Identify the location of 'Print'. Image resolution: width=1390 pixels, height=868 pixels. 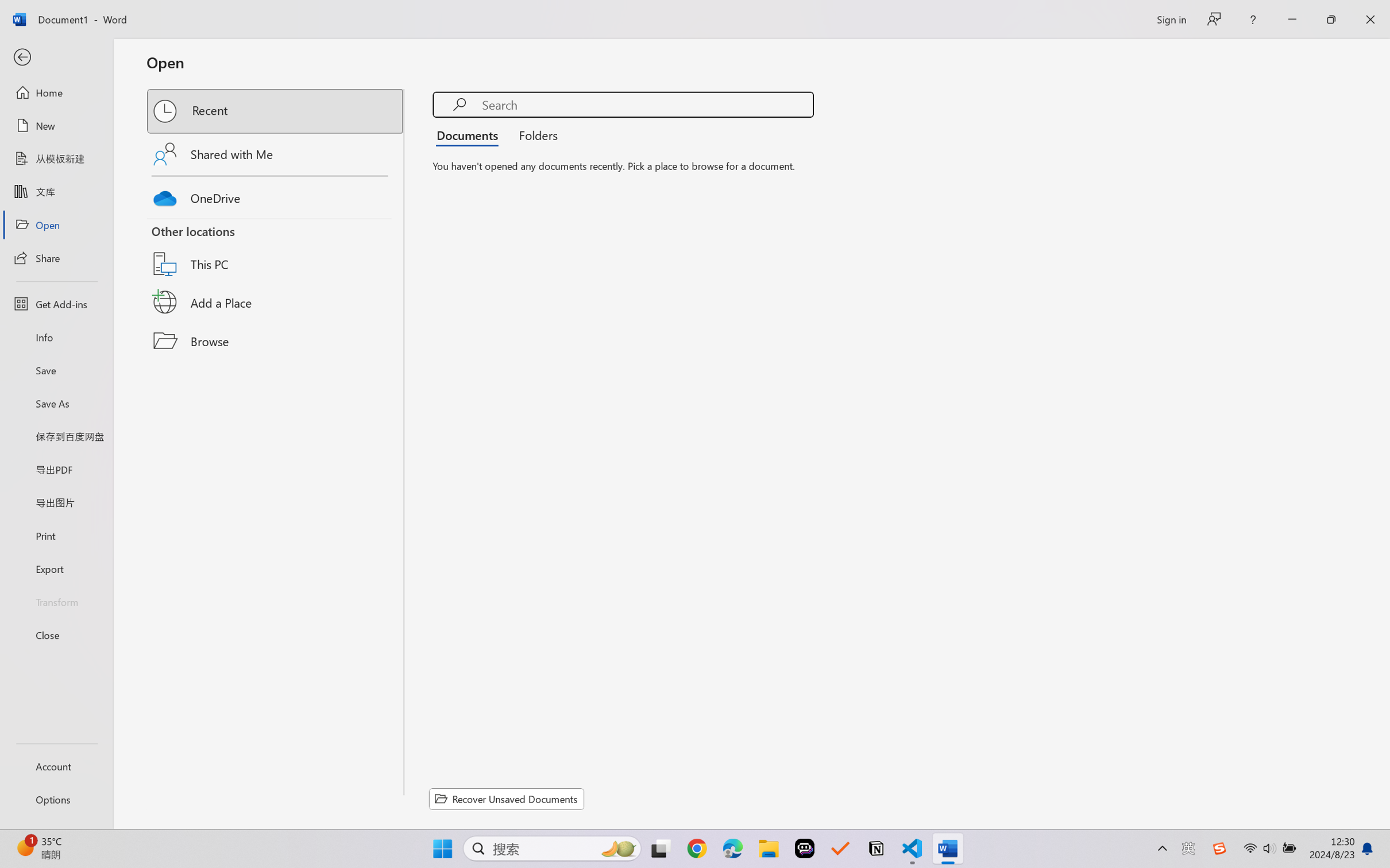
(56, 536).